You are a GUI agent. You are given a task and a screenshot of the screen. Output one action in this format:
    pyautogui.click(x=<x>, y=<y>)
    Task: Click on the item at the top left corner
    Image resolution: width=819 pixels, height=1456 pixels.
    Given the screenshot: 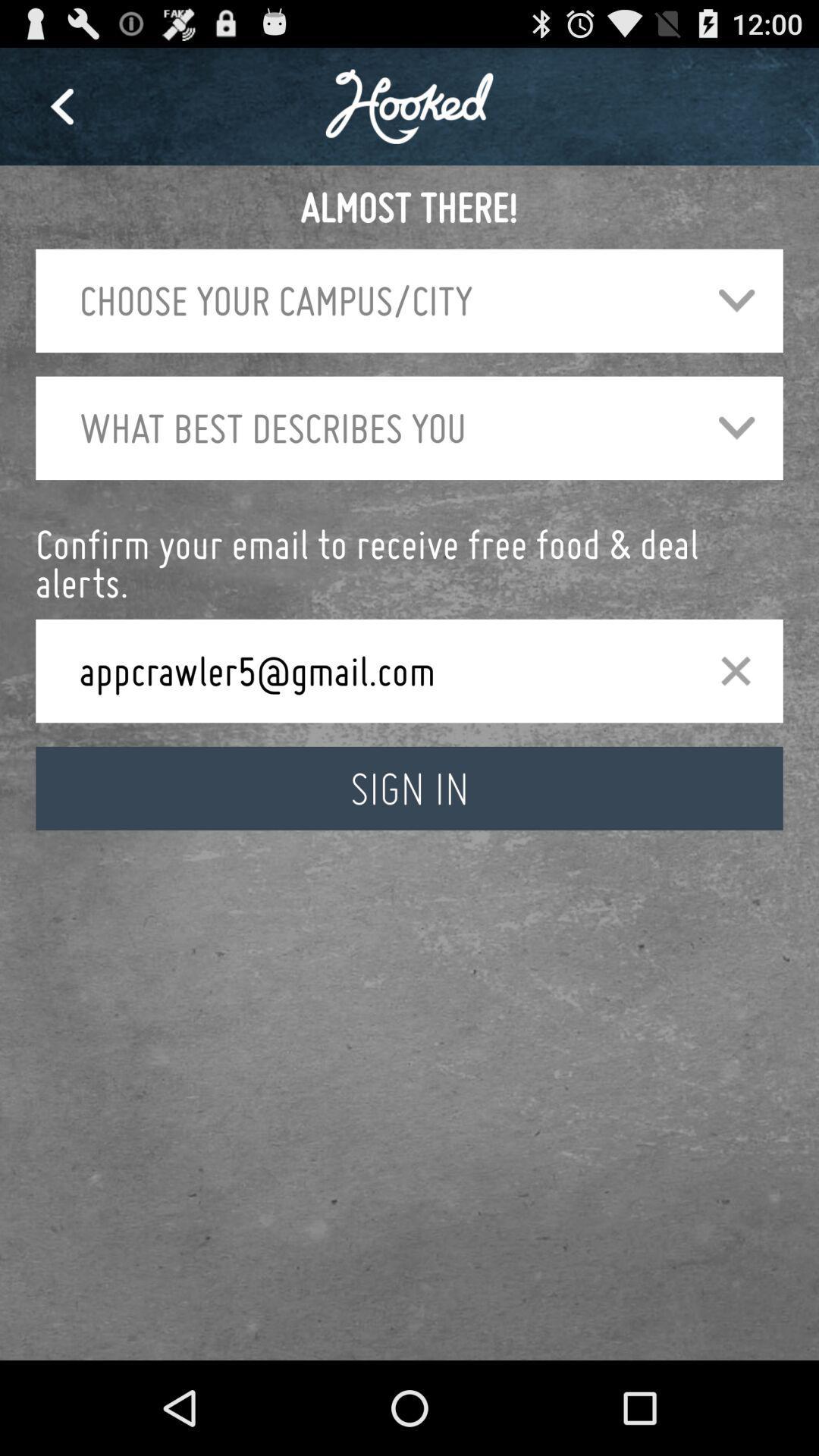 What is the action you would take?
    pyautogui.click(x=61, y=105)
    